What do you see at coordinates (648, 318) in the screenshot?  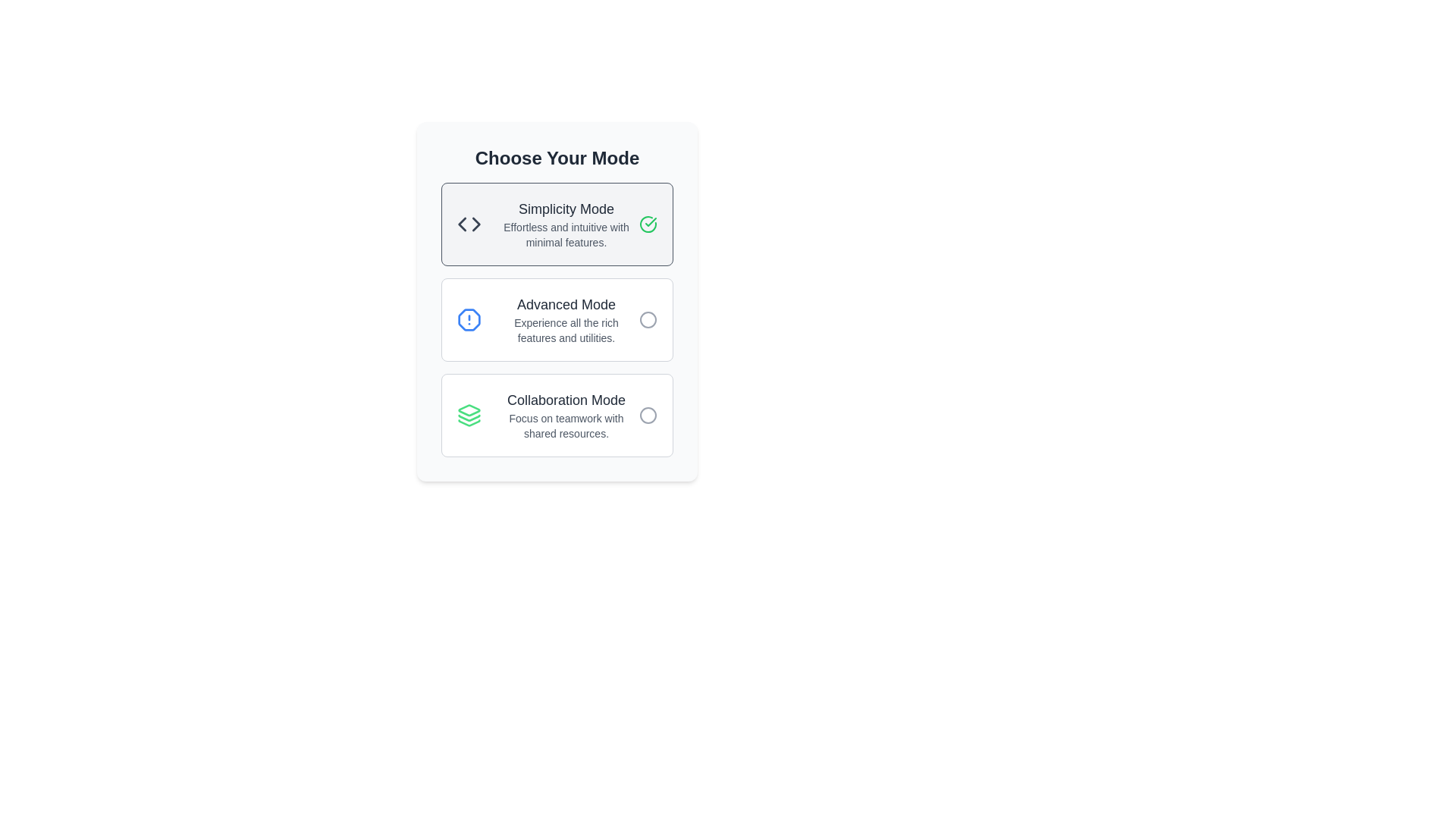 I see `the center of the radio button used for selecting the 'Advanced Mode' option, which is located in the Advanced Mode section, aligned to the right of the descriptive text` at bounding box center [648, 318].